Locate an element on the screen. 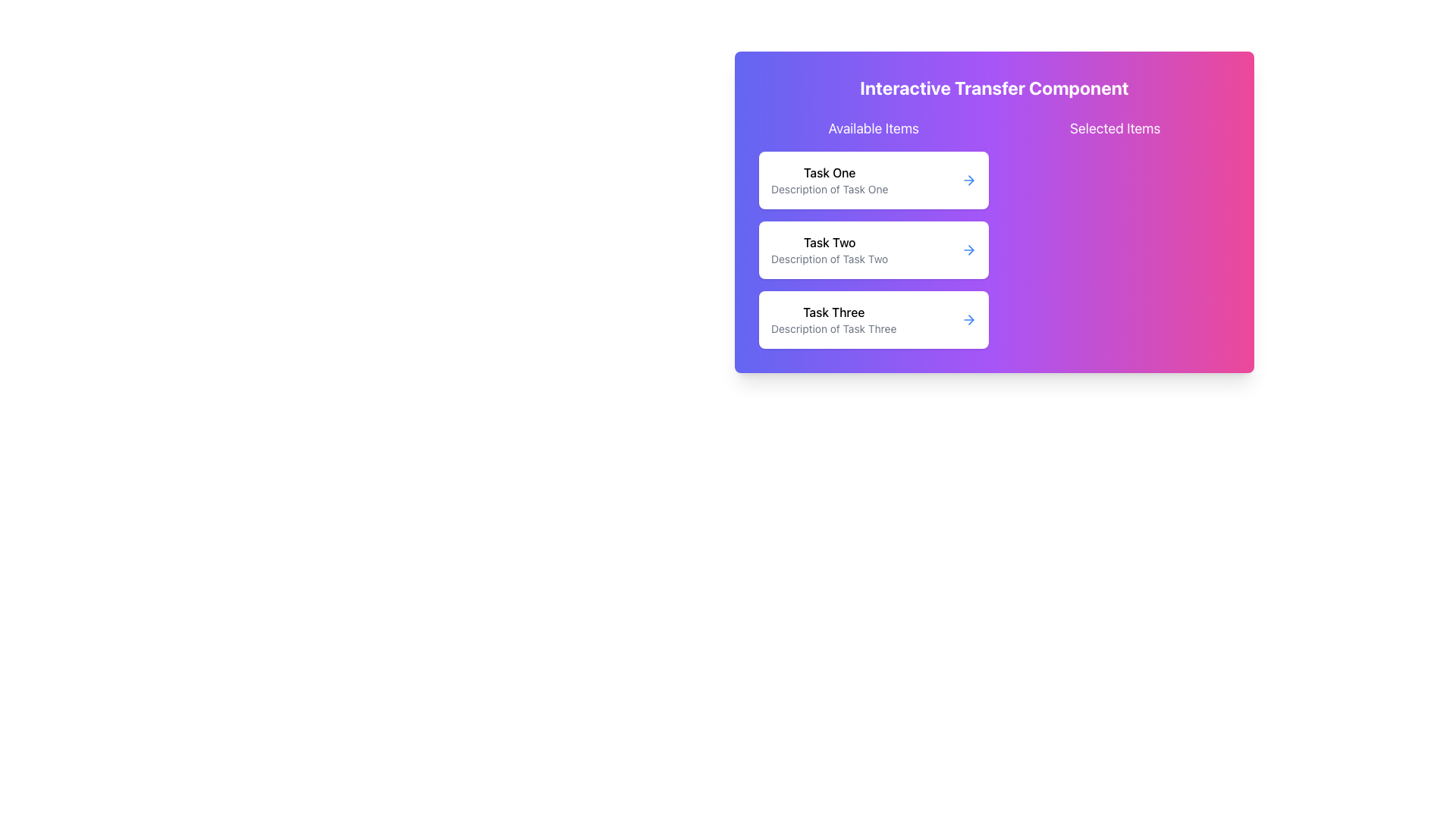  the 'Available Items' text label, which is styled with a larger font size and white color, located at the top-left of a purple gradient card is located at coordinates (874, 127).